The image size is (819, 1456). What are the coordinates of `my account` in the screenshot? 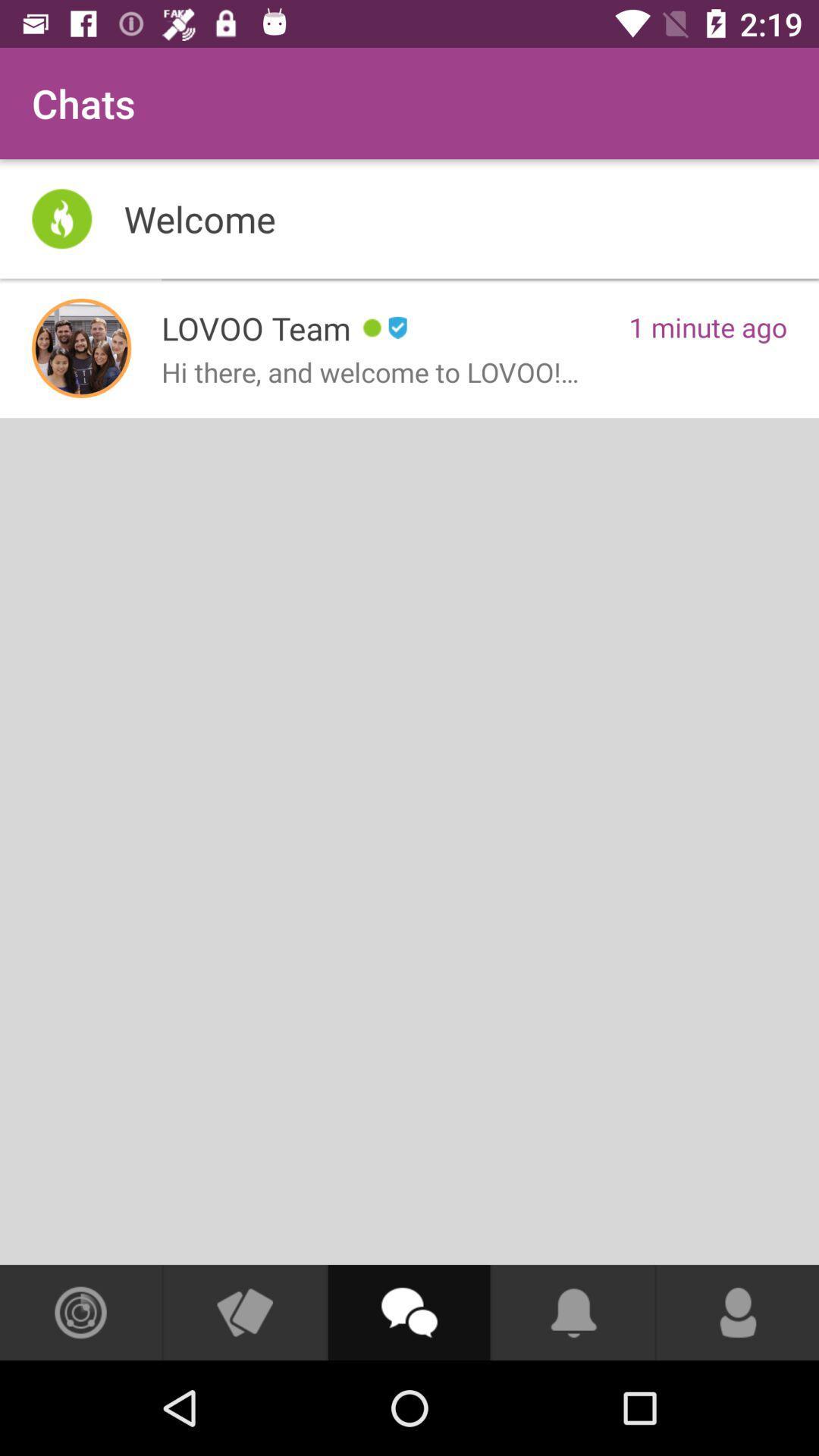 It's located at (737, 1312).